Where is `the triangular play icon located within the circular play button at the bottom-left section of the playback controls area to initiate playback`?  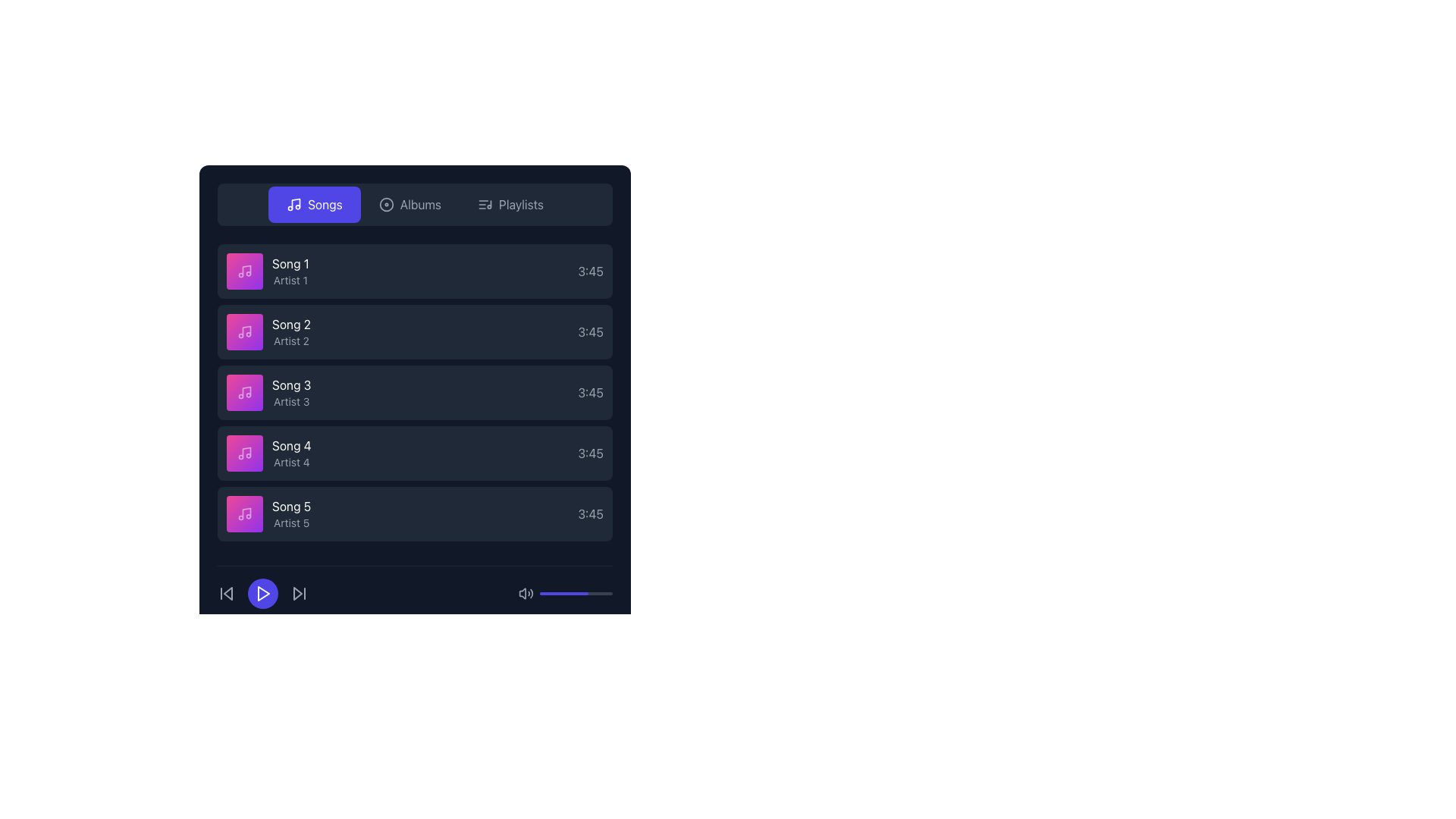
the triangular play icon located within the circular play button at the bottom-left section of the playback controls area to initiate playback is located at coordinates (263, 593).